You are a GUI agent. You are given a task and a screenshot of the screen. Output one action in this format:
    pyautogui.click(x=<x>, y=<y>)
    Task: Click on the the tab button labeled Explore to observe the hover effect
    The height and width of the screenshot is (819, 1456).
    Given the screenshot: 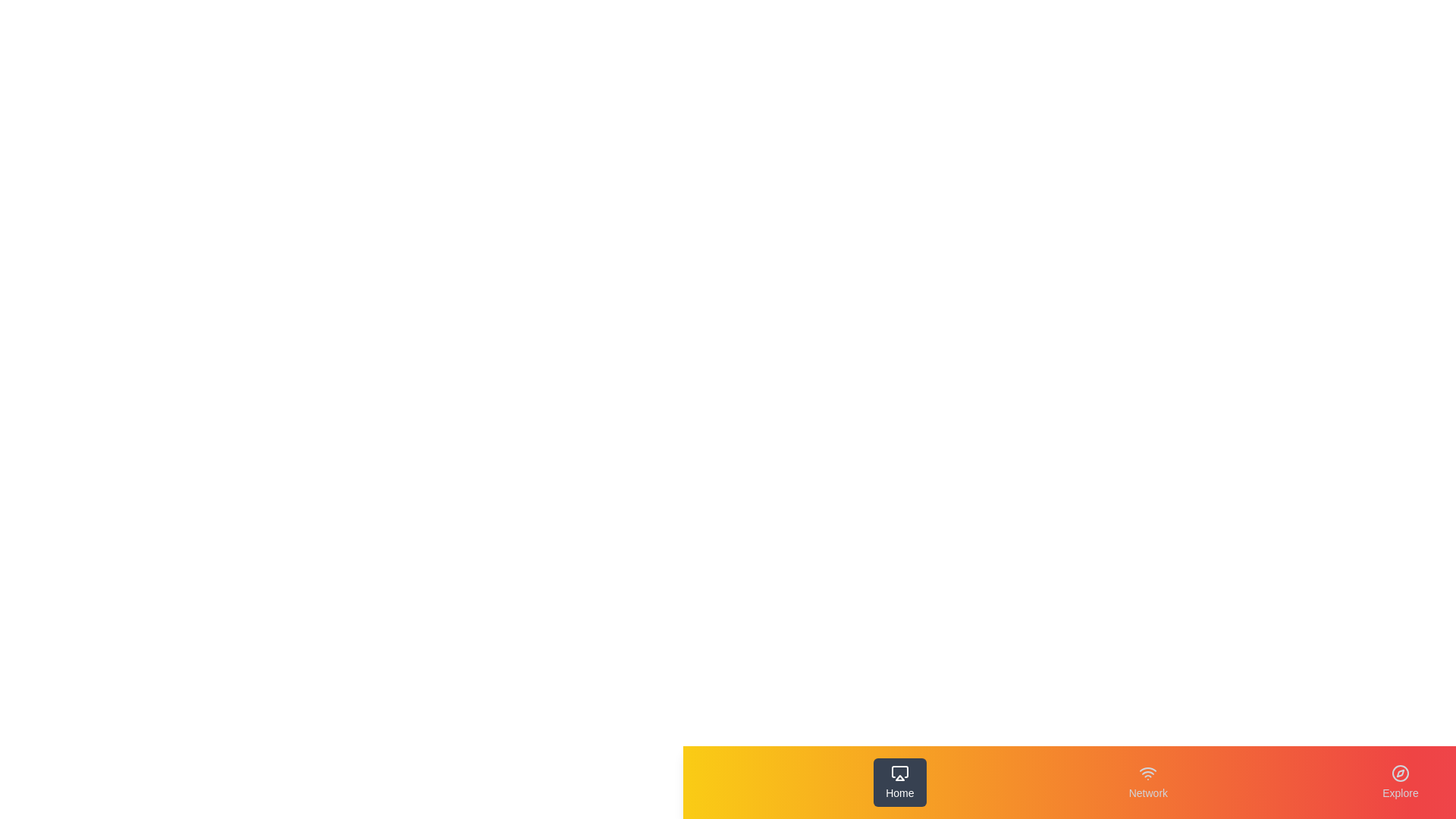 What is the action you would take?
    pyautogui.click(x=1400, y=783)
    